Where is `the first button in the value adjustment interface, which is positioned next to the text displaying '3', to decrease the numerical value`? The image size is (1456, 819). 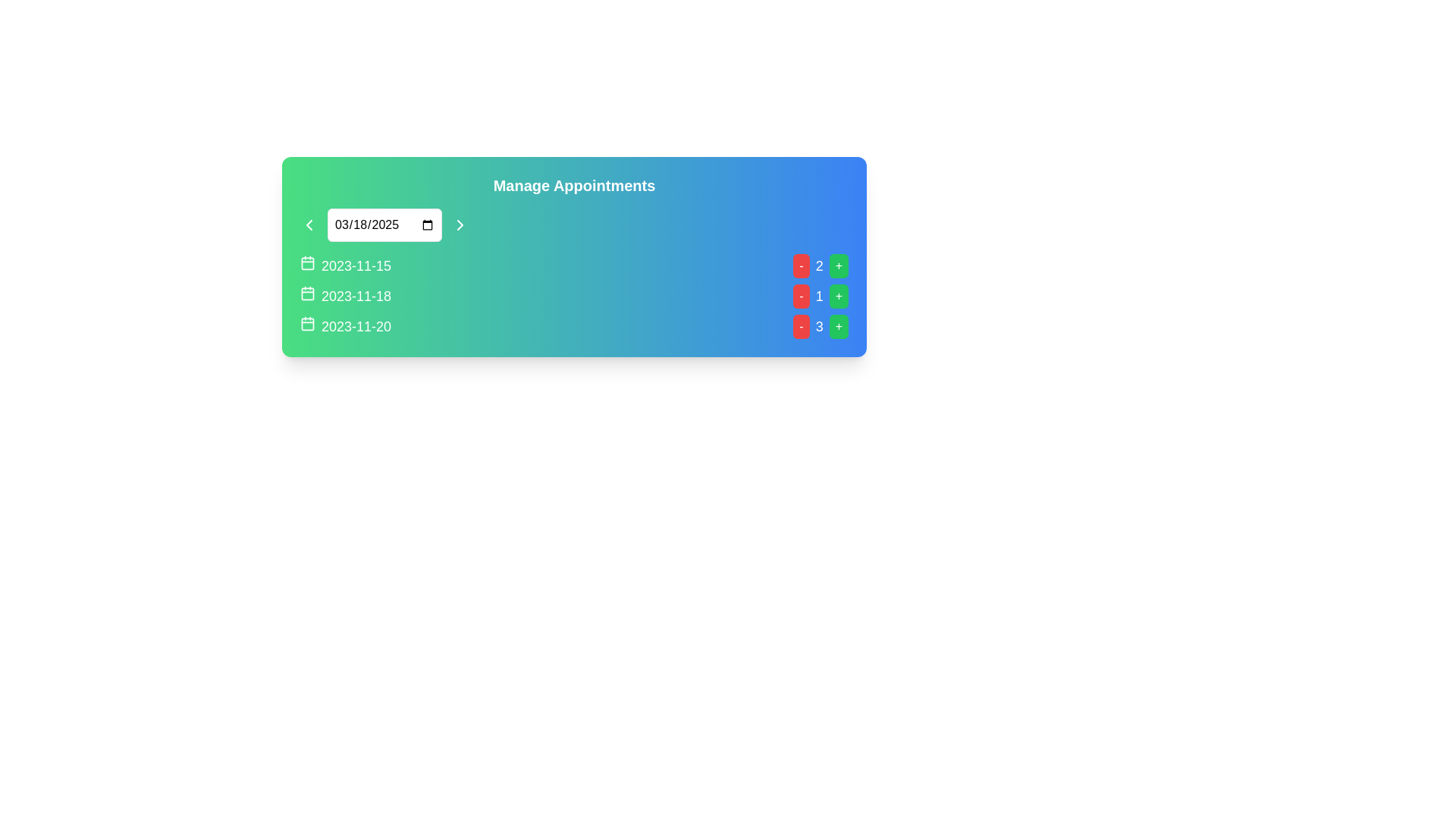 the first button in the value adjustment interface, which is positioned next to the text displaying '3', to decrease the numerical value is located at coordinates (800, 326).